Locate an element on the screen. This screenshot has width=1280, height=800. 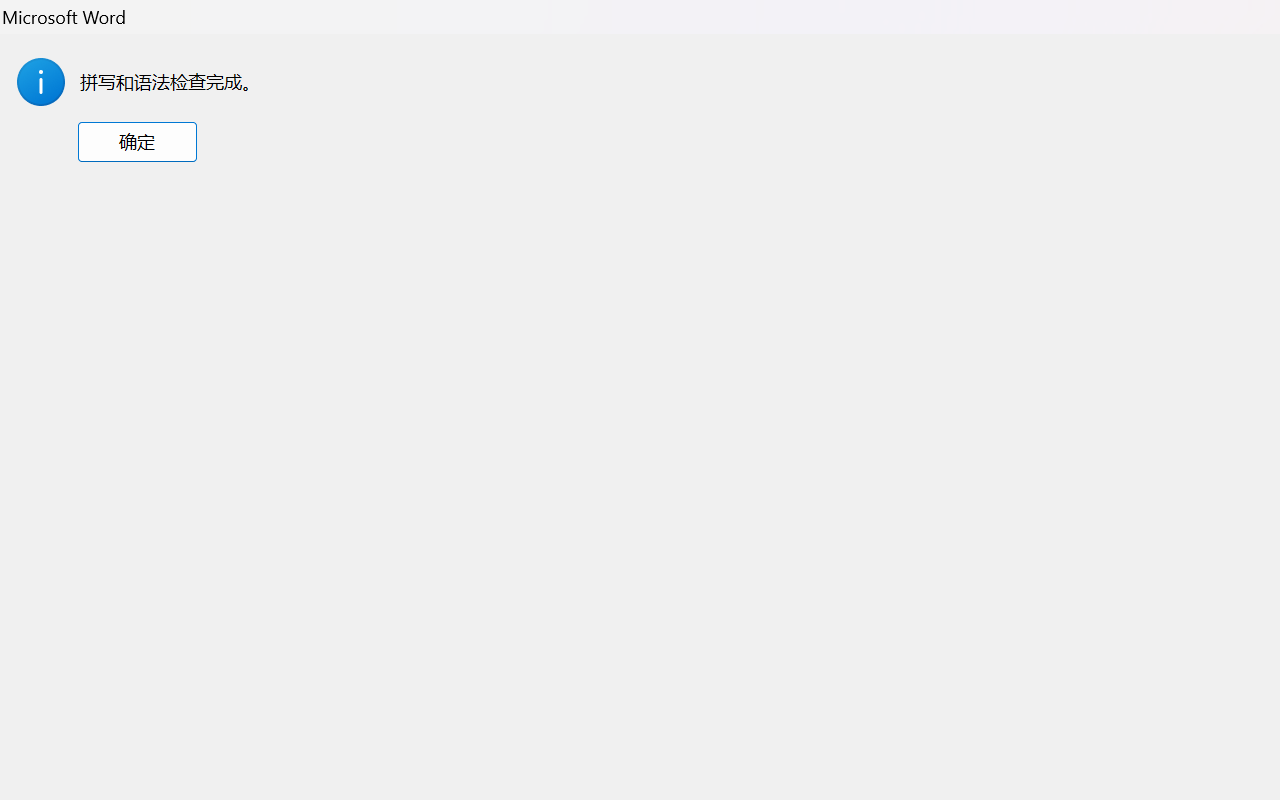
'Class: Static' is located at coordinates (40, 81).